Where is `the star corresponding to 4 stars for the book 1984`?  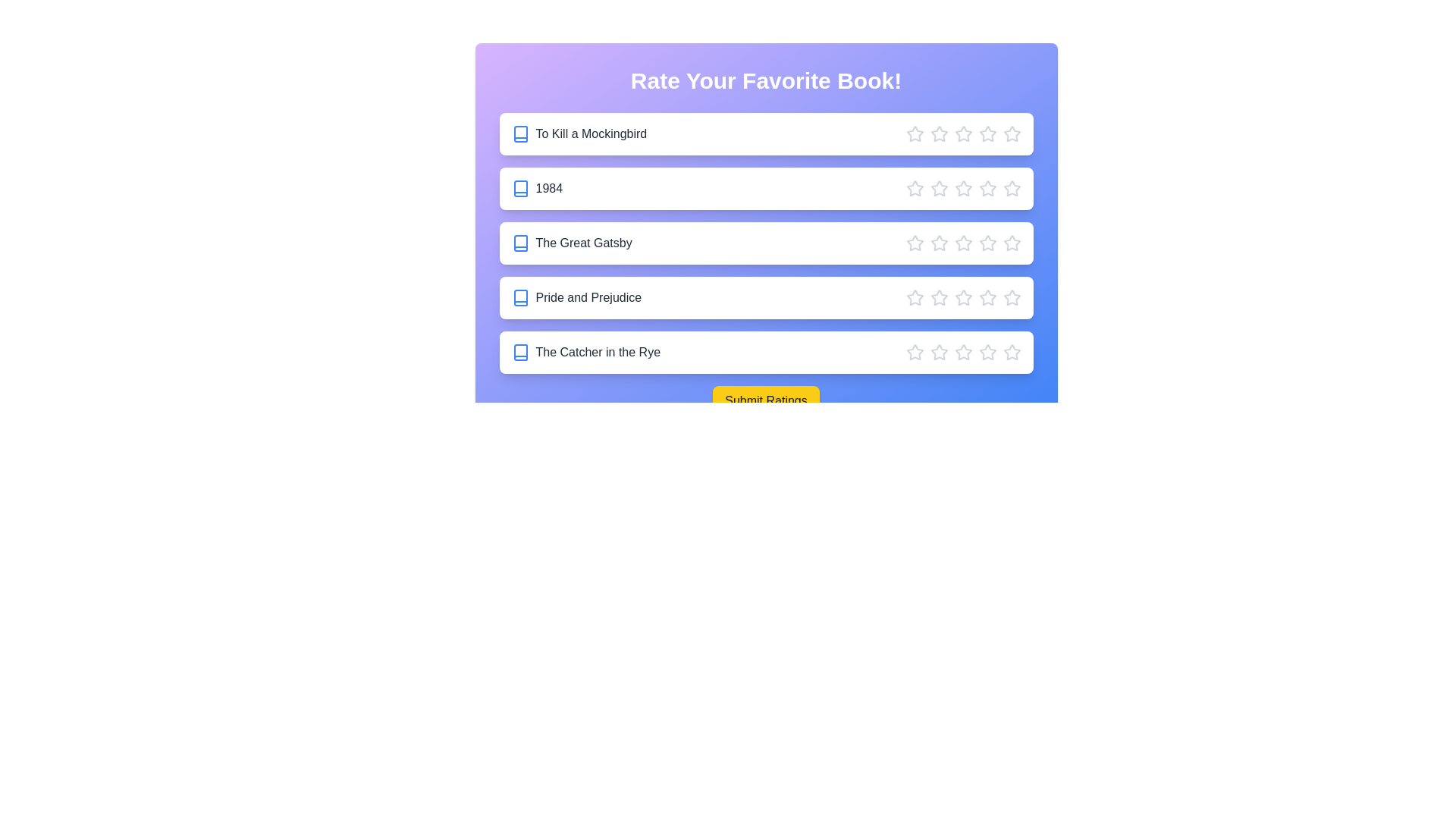
the star corresponding to 4 stars for the book 1984 is located at coordinates (987, 188).